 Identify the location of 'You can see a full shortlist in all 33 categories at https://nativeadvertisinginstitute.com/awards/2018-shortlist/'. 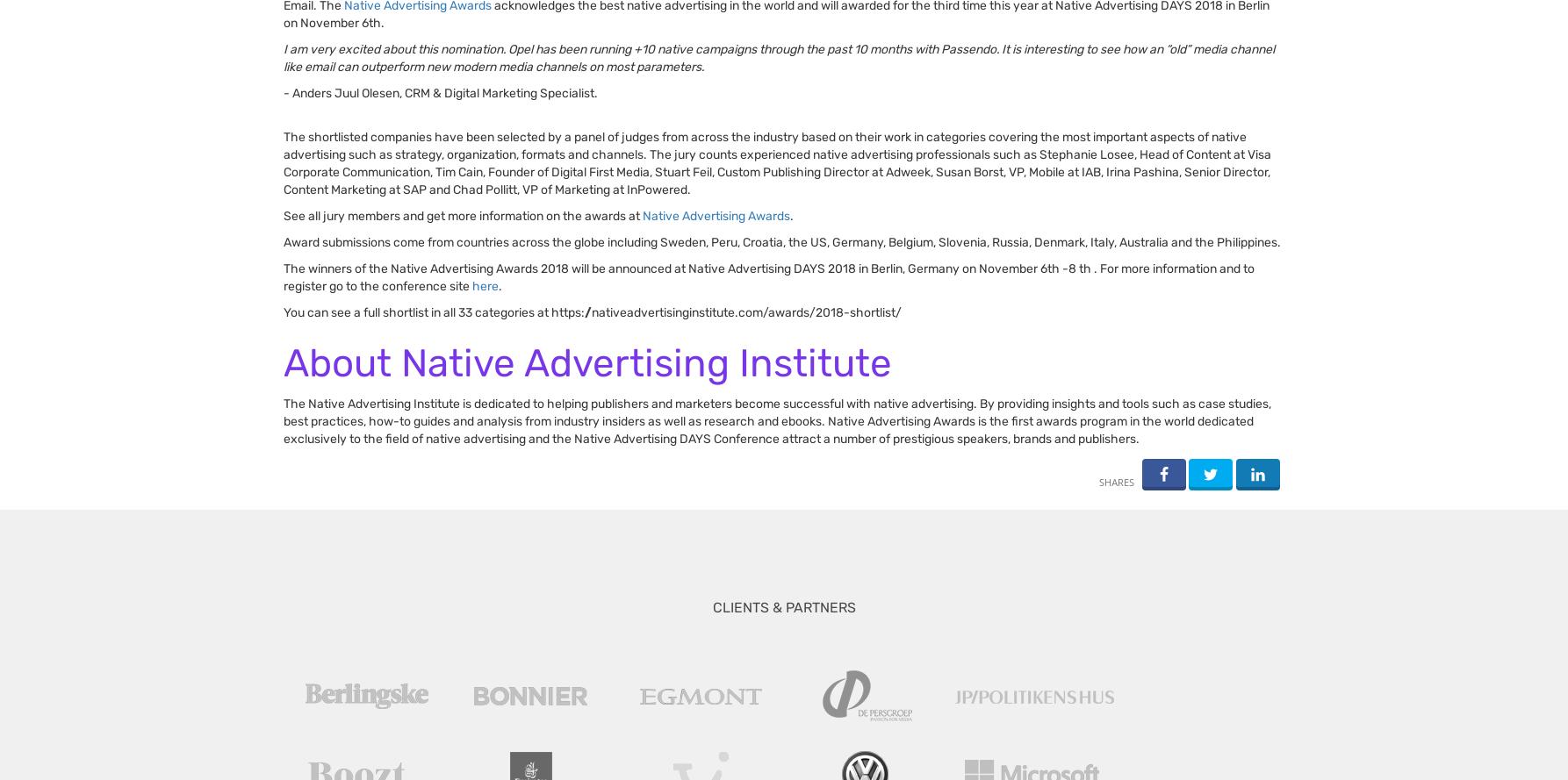
(593, 311).